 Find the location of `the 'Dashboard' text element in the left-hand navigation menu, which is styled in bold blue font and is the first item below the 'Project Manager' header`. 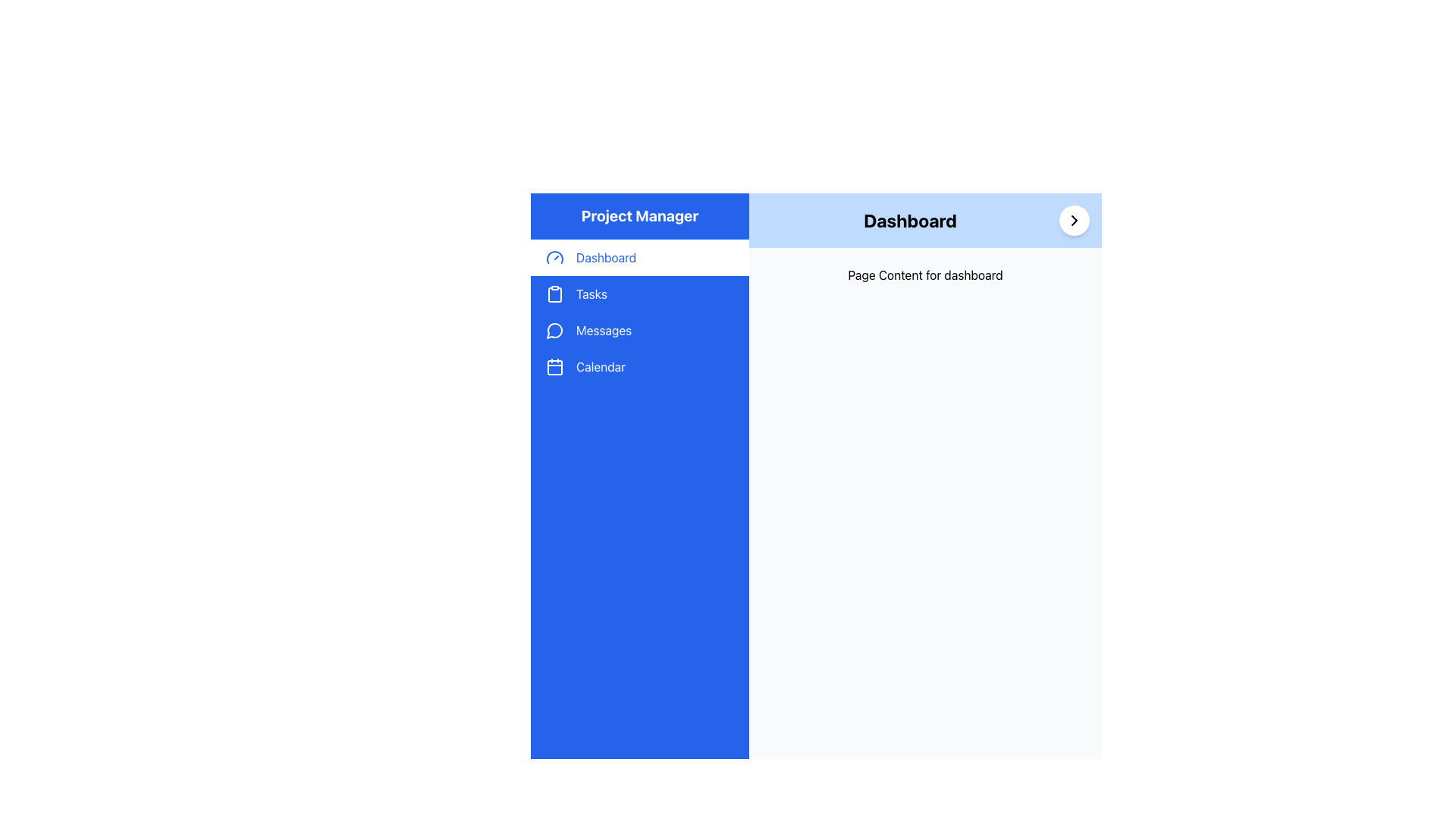

the 'Dashboard' text element in the left-hand navigation menu, which is styled in bold blue font and is the first item below the 'Project Manager' header is located at coordinates (605, 256).